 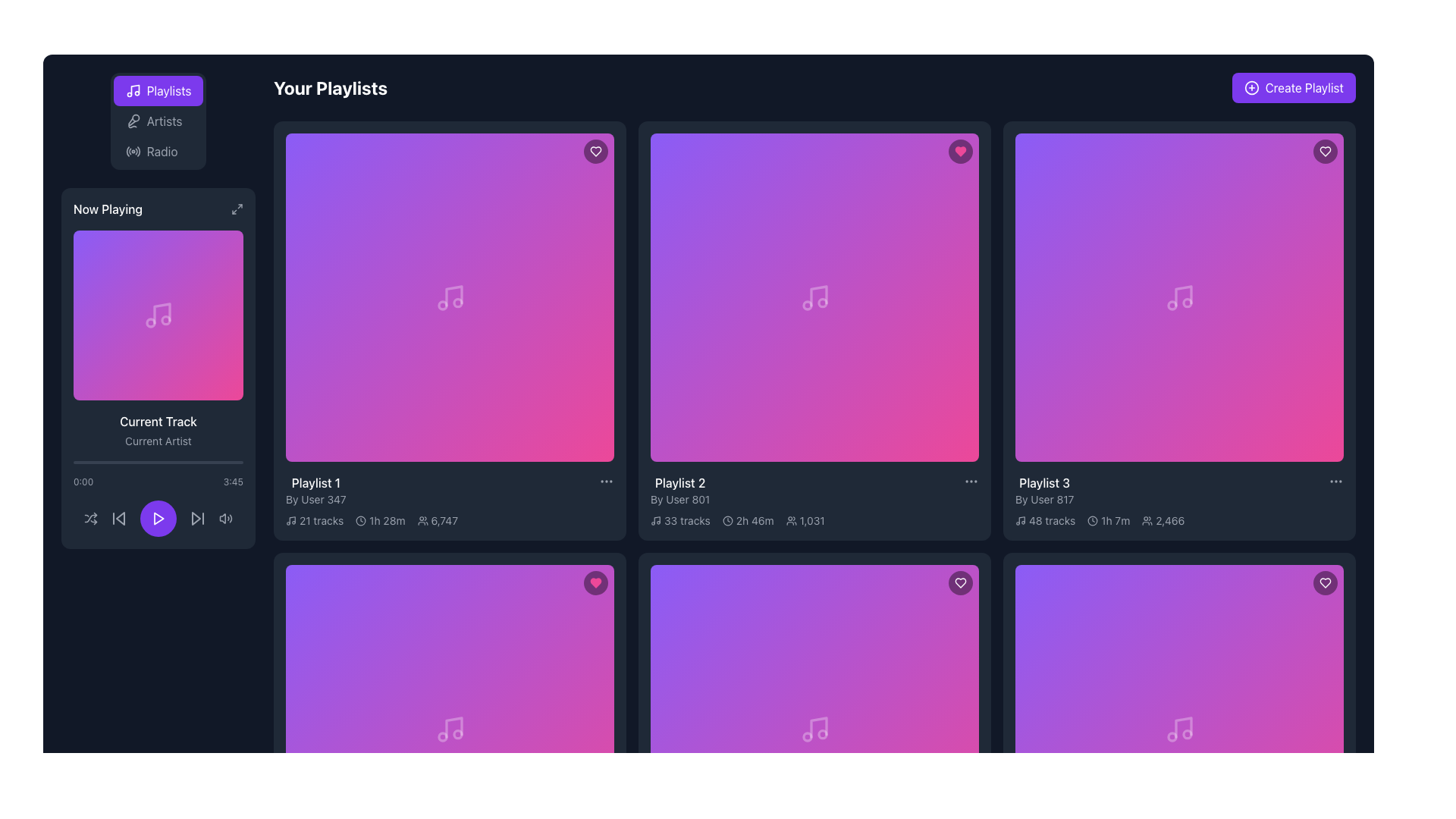 What do you see at coordinates (595, 152) in the screenshot?
I see `the 'like' button located in the top-right corner of the first playlist card to favorite the associated playlist` at bounding box center [595, 152].